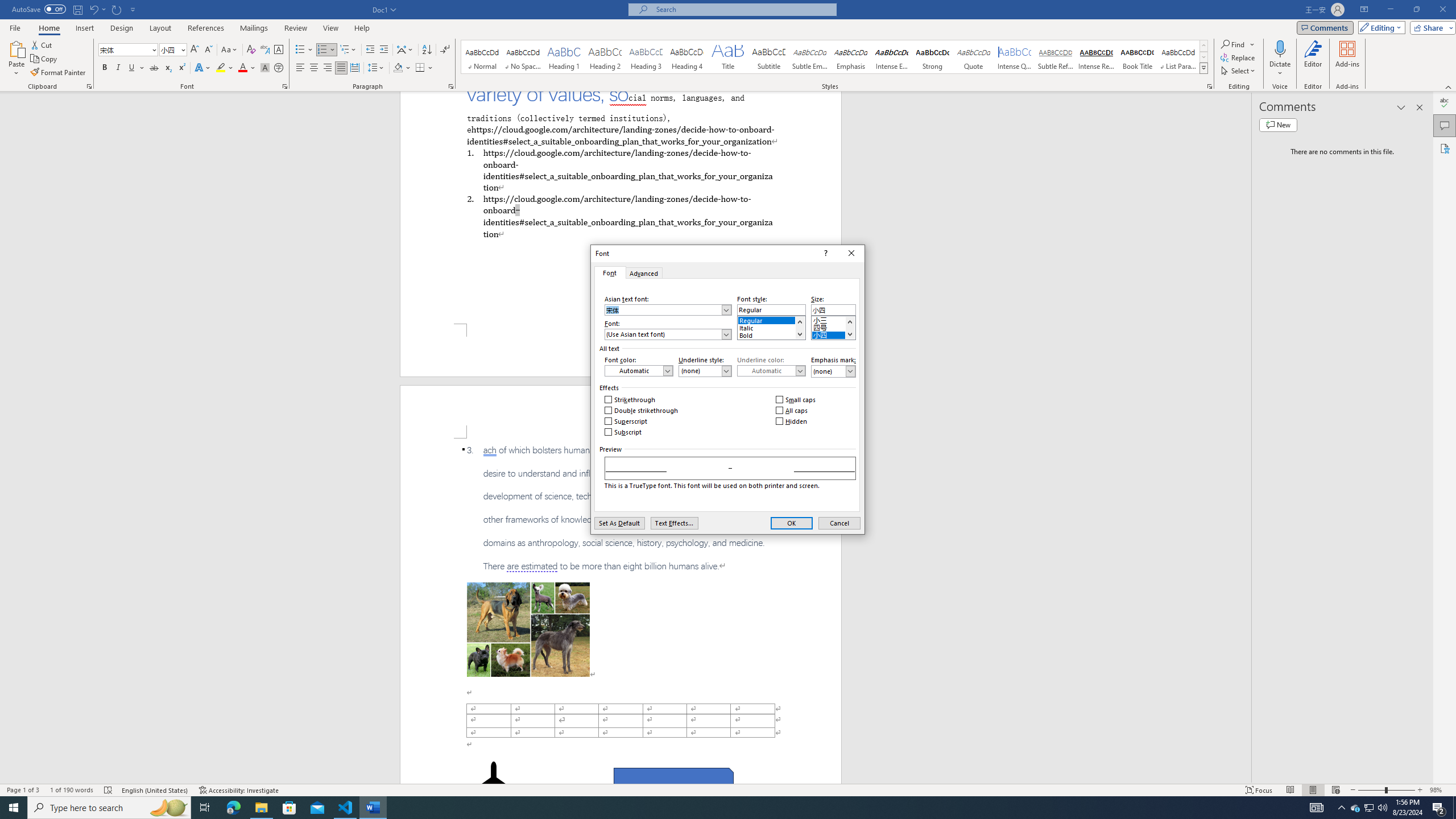 The width and height of the screenshot is (1456, 819). Describe the element at coordinates (264, 49) in the screenshot. I see `'Phonetic Guide...'` at that location.